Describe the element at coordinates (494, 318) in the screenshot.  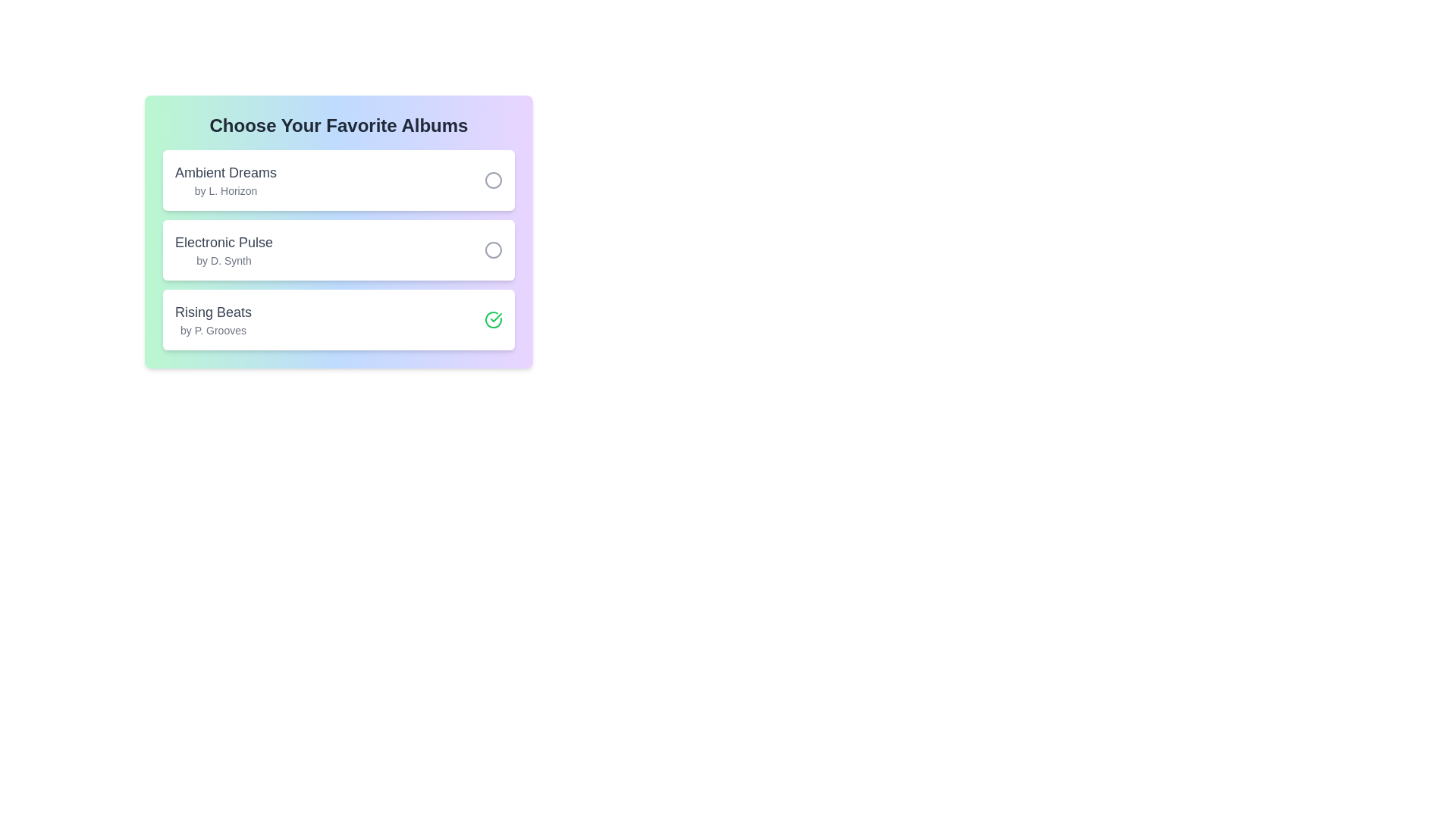
I see `the album Rising Beats` at that location.